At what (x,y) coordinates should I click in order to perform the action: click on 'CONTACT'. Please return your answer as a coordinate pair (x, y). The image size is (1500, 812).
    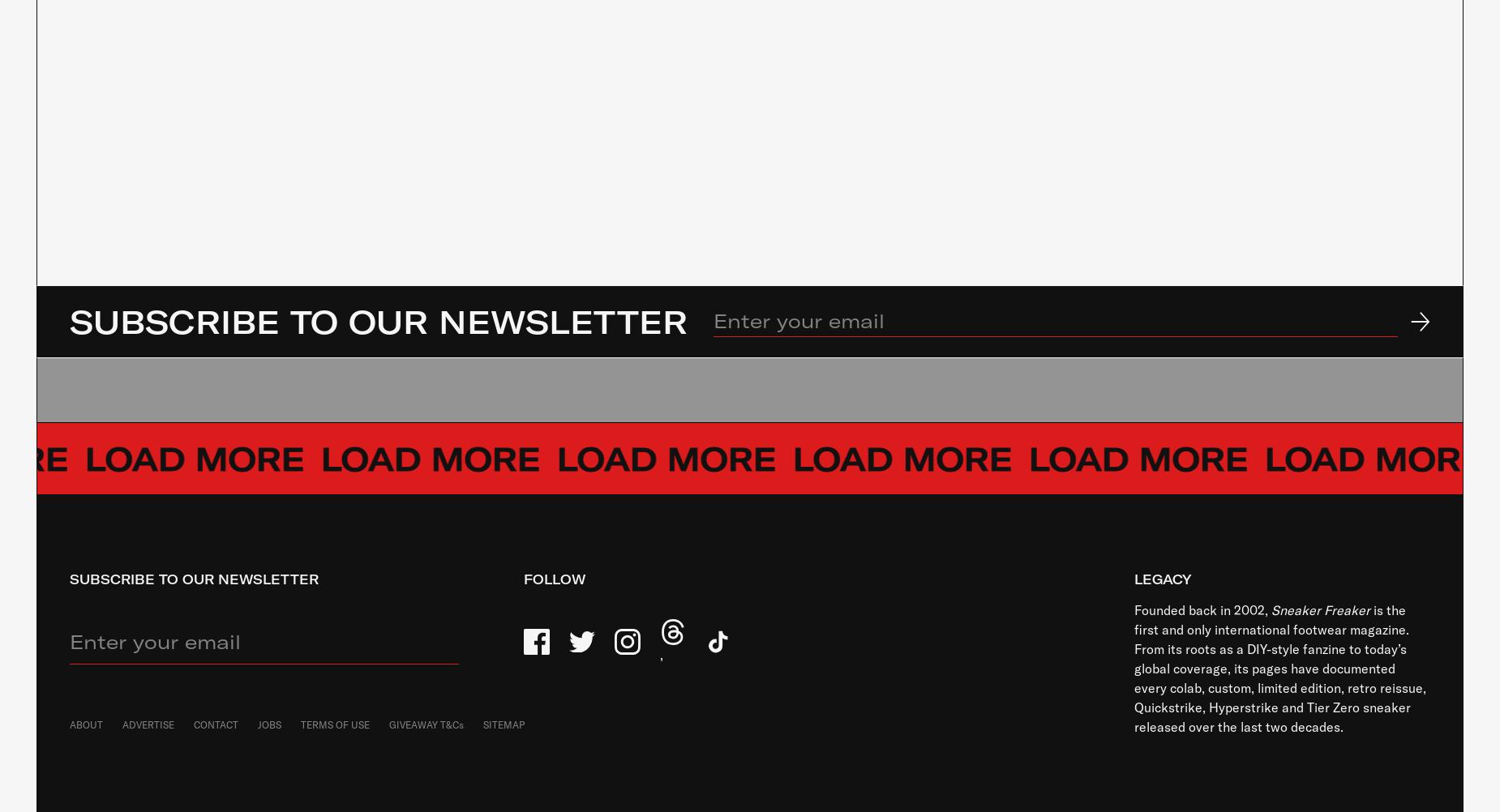
    Looking at the image, I should click on (215, 724).